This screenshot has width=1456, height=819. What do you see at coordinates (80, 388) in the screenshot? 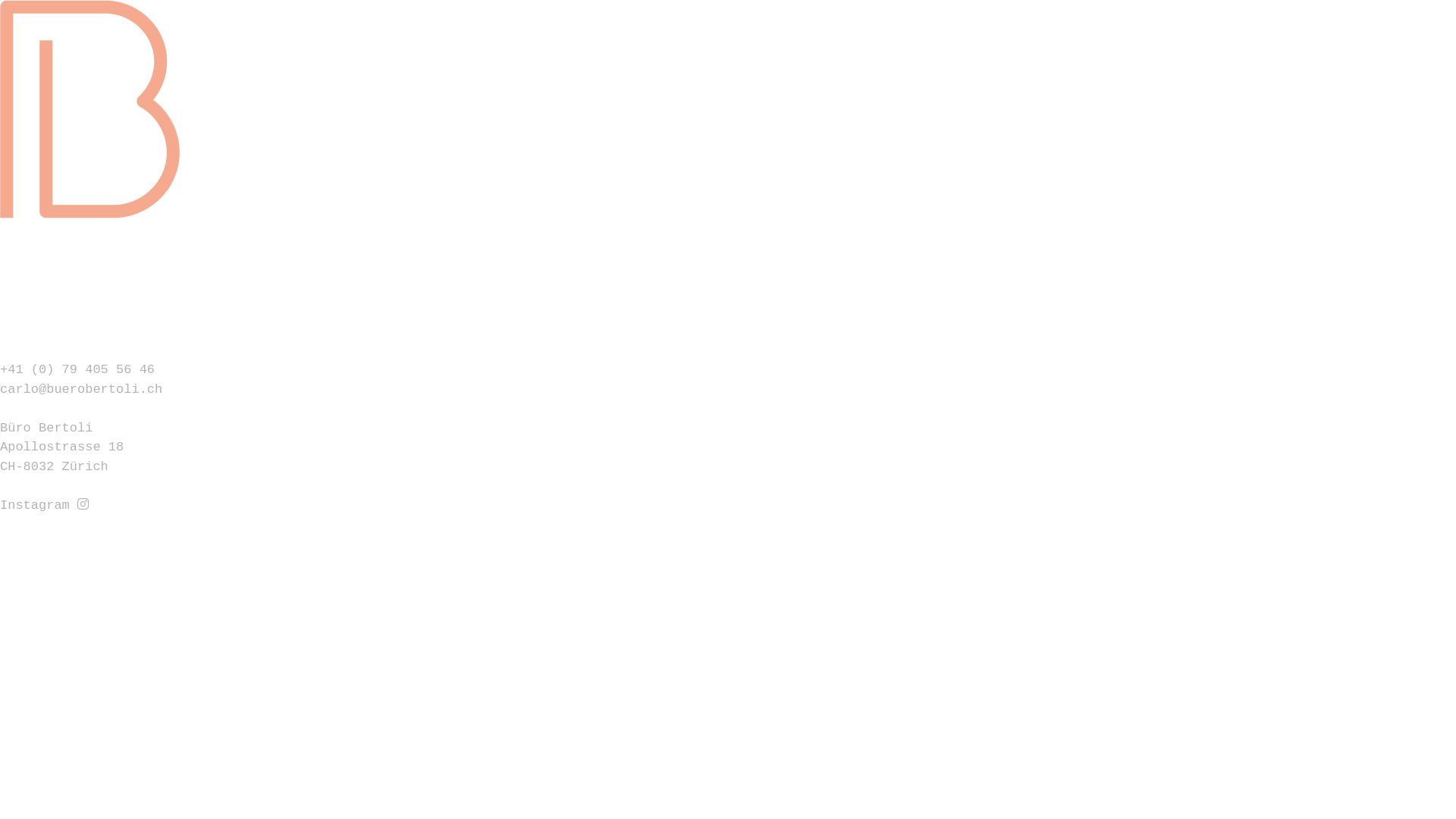
I see `'carlo@buerobertoli.ch'` at bounding box center [80, 388].